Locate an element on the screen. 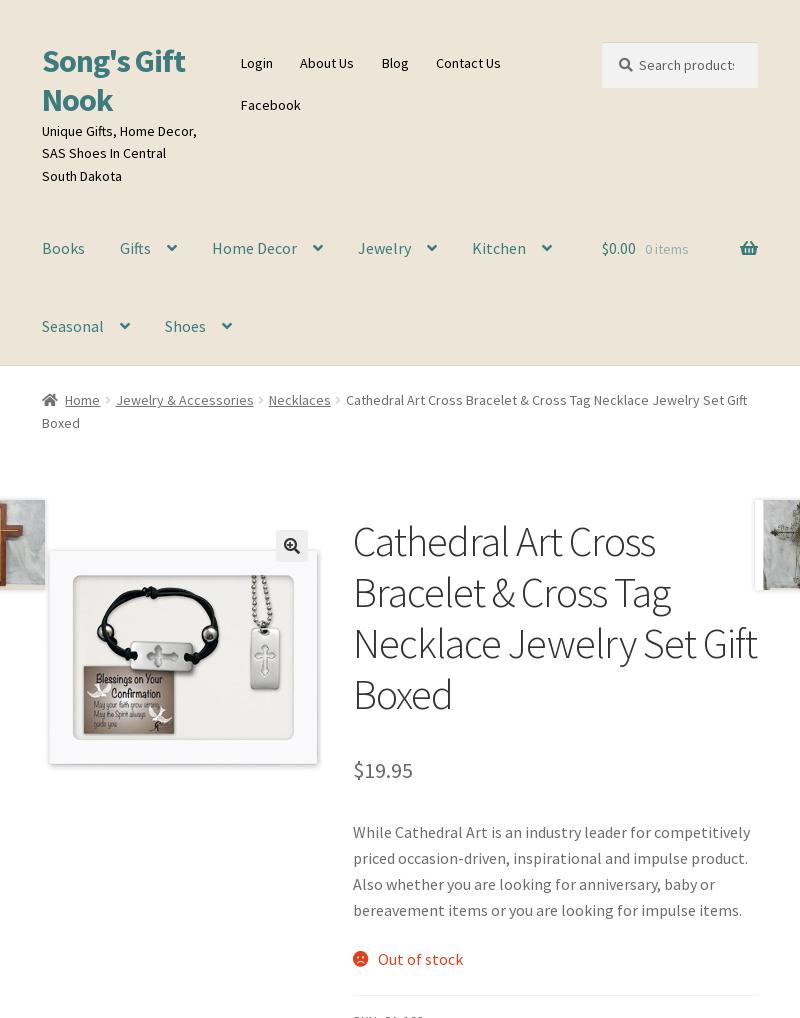 This screenshot has width=800, height=1018. 'Books' is located at coordinates (61, 246).